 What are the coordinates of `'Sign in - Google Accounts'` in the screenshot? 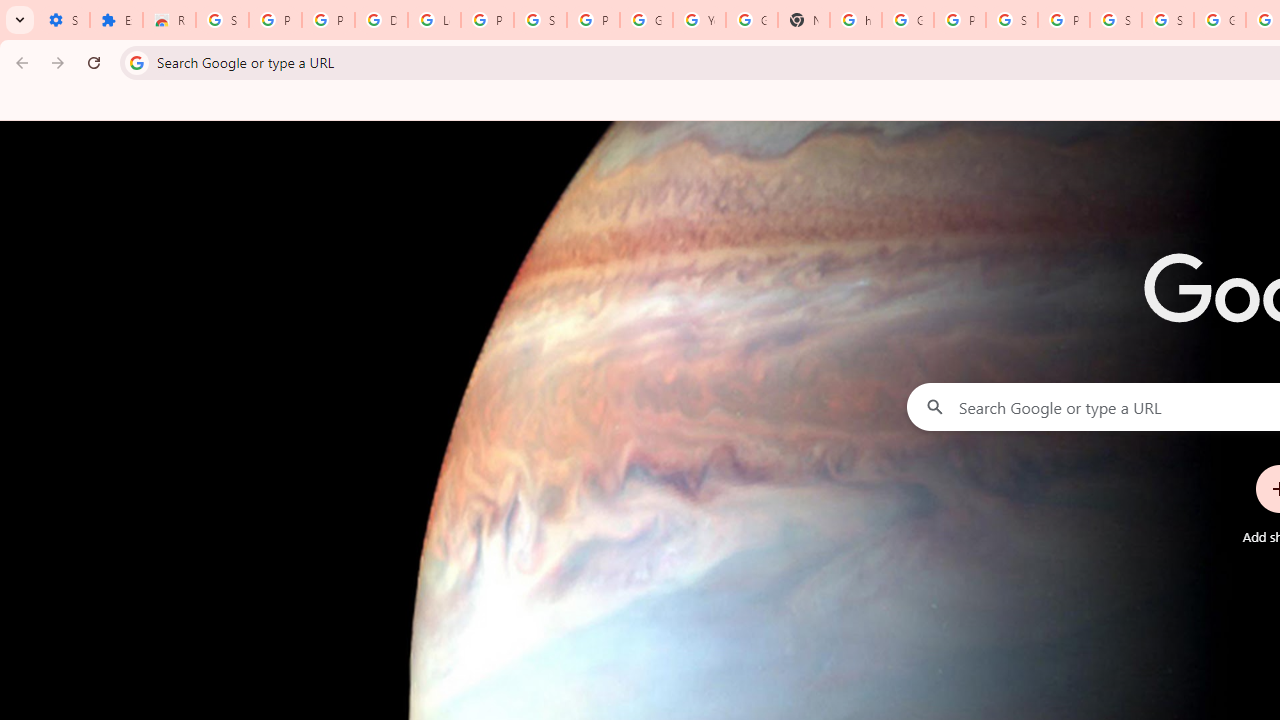 It's located at (1115, 20).